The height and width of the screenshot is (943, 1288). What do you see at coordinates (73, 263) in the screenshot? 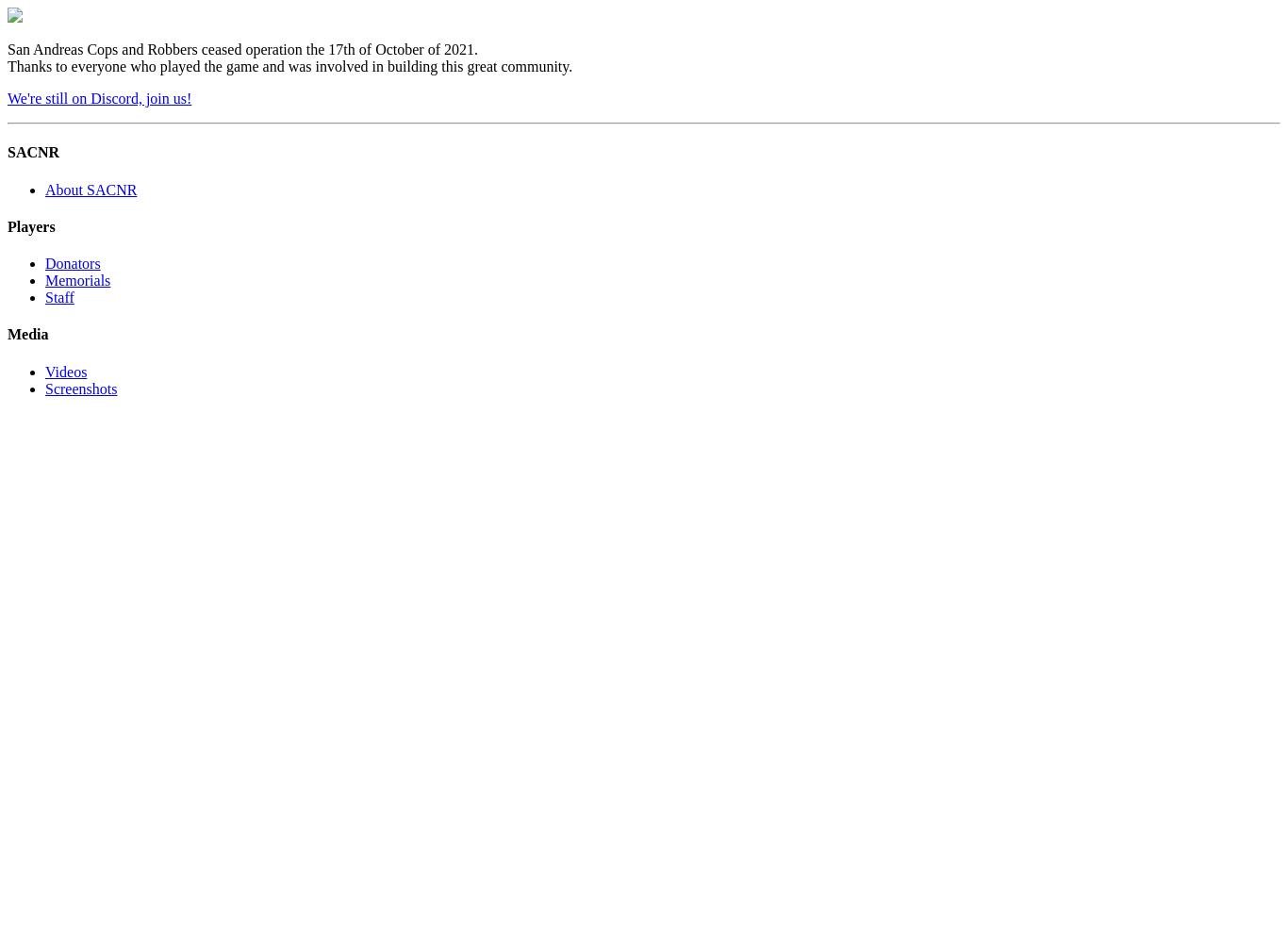
I see `'Donators'` at bounding box center [73, 263].